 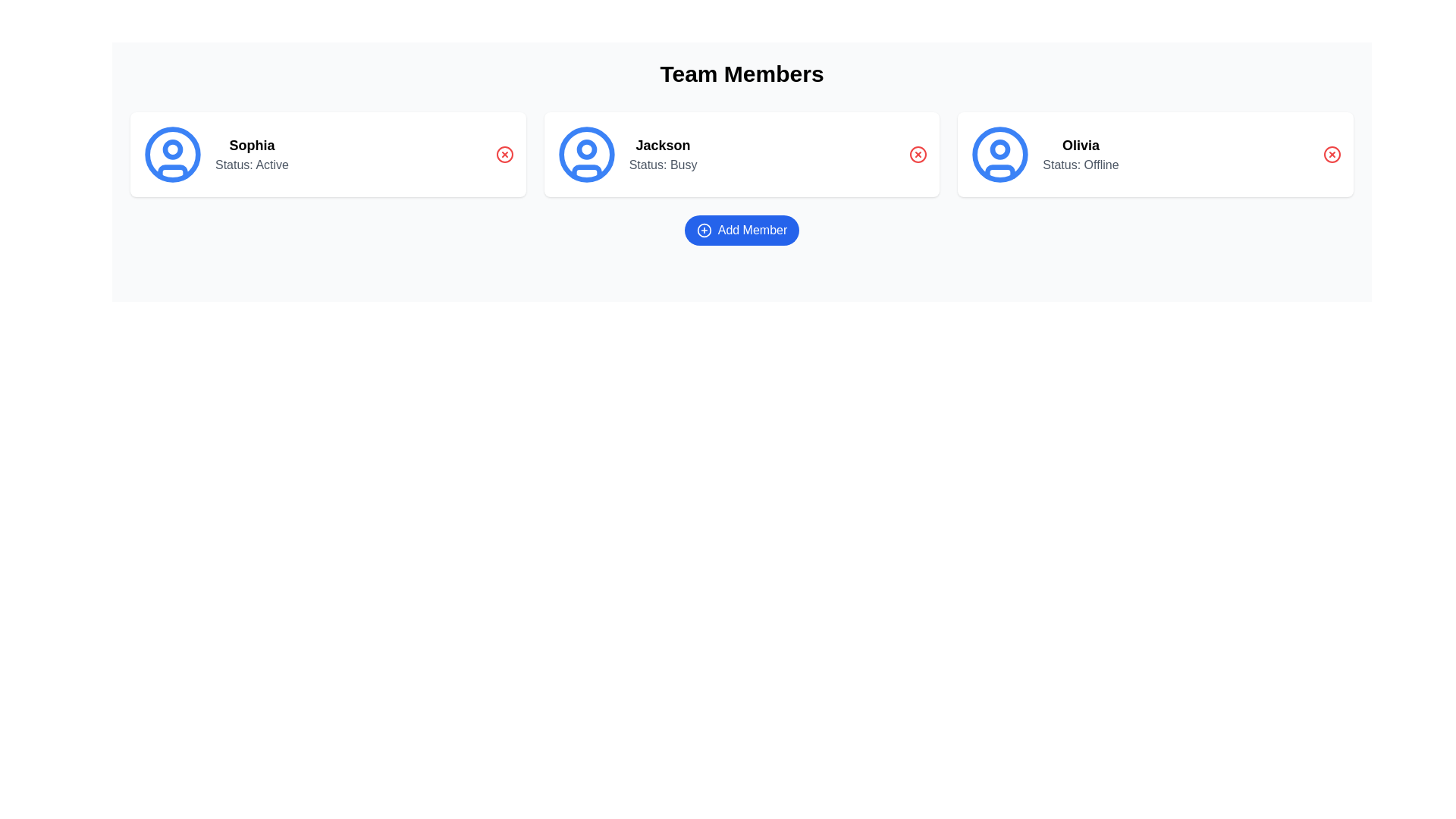 I want to click on the text element displaying the user's name and current status located in the middle of the rightmost user card, below the user's avatar icon, so click(x=1080, y=155).